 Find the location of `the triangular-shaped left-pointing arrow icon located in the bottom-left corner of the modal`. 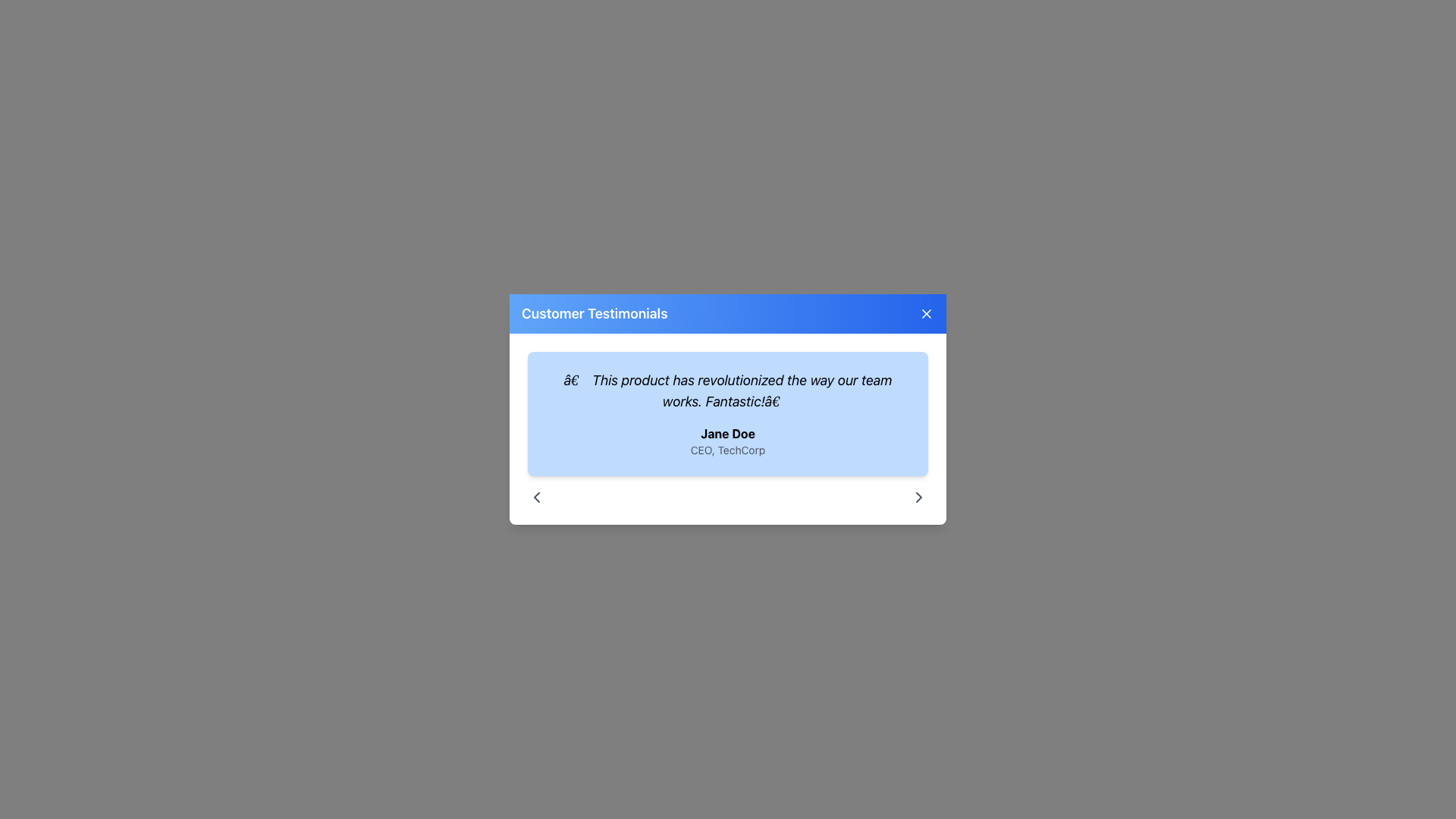

the triangular-shaped left-pointing arrow icon located in the bottom-left corner of the modal is located at coordinates (537, 497).